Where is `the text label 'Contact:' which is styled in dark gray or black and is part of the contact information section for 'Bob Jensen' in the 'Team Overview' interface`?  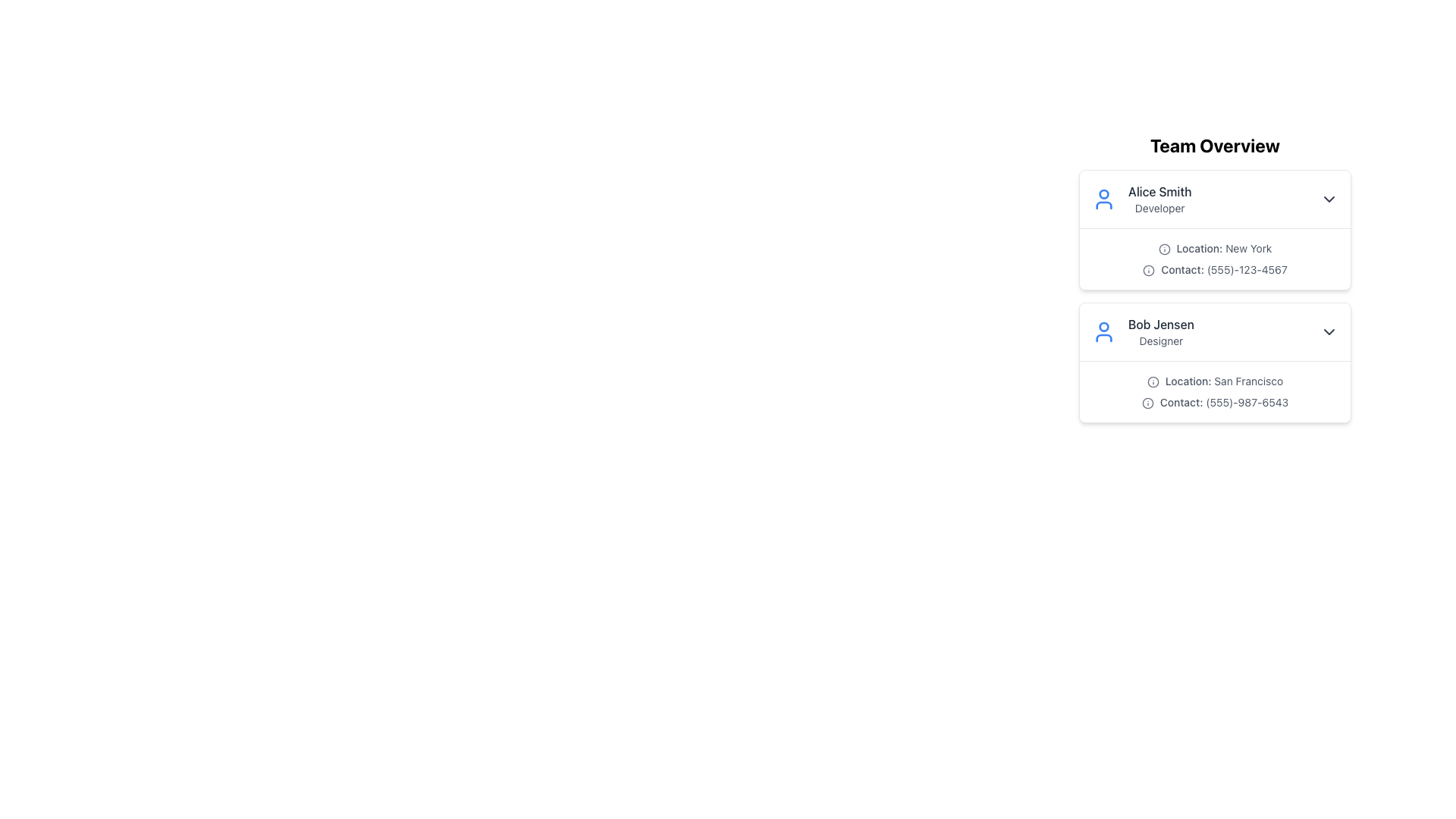 the text label 'Contact:' which is styled in dark gray or black and is part of the contact information section for 'Bob Jensen' in the 'Team Overview' interface is located at coordinates (1181, 401).